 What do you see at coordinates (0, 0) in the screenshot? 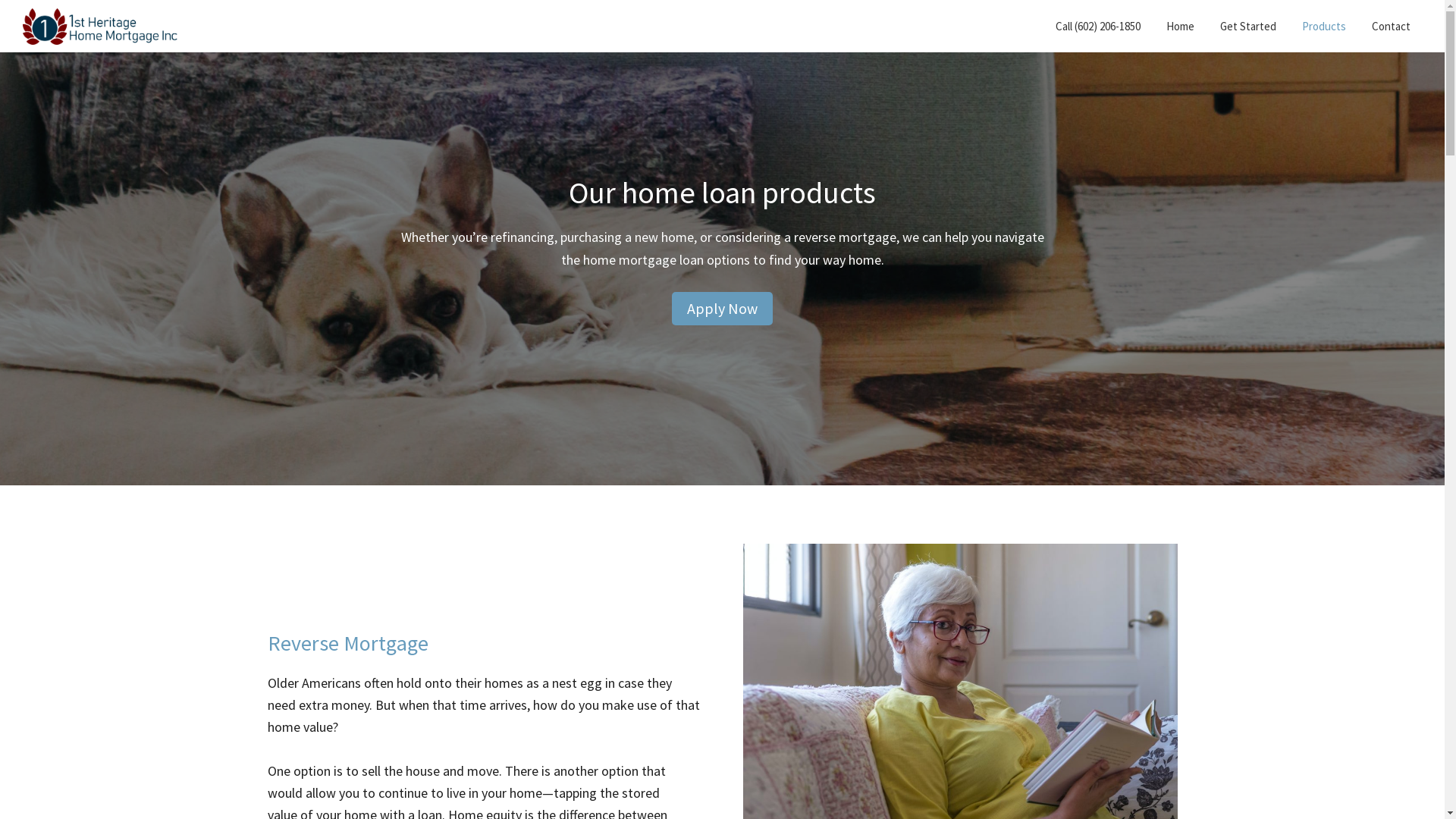
I see `'Skip to primary navigation'` at bounding box center [0, 0].